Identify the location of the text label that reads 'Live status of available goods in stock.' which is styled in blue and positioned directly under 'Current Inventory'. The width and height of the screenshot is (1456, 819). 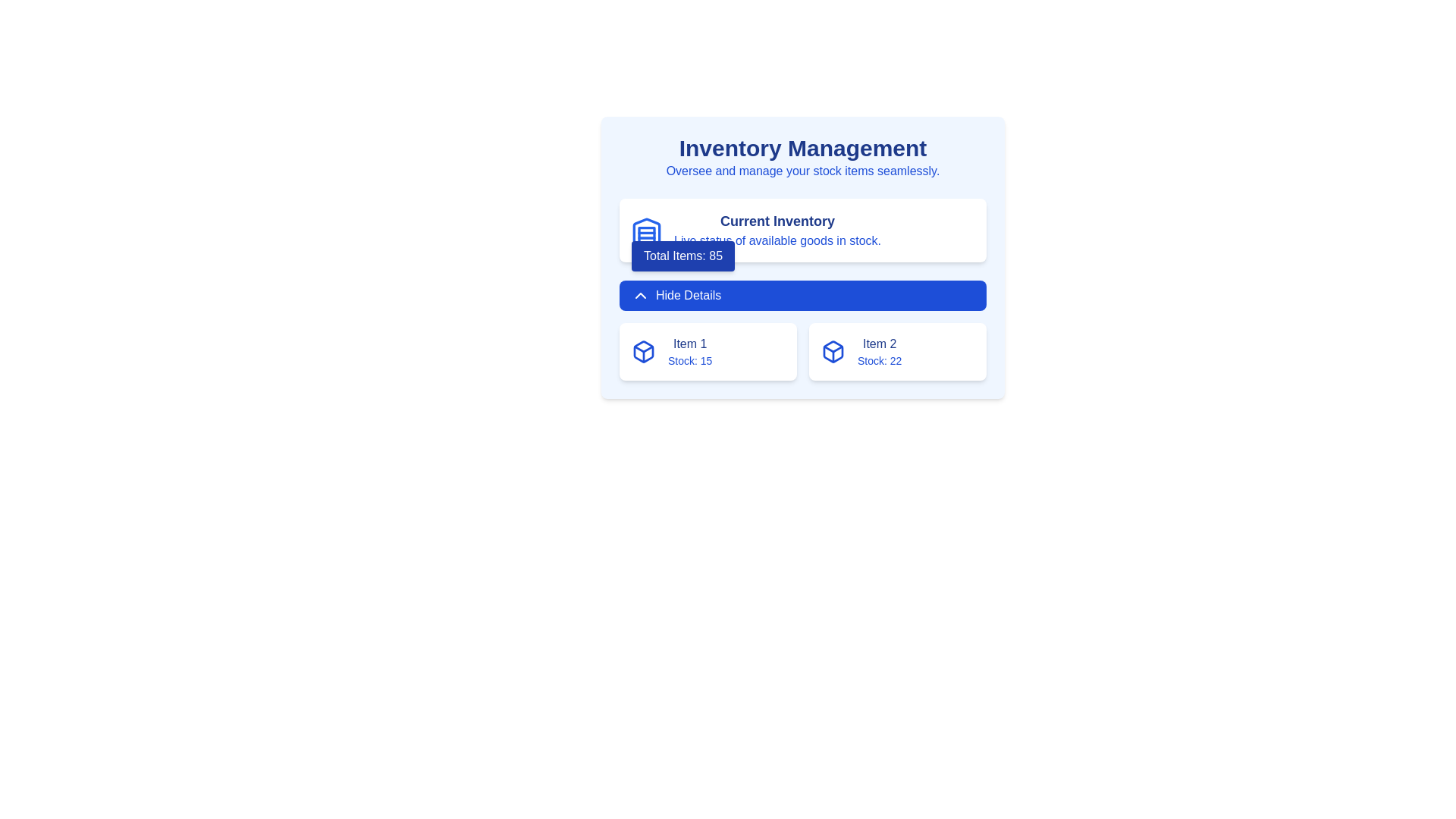
(777, 240).